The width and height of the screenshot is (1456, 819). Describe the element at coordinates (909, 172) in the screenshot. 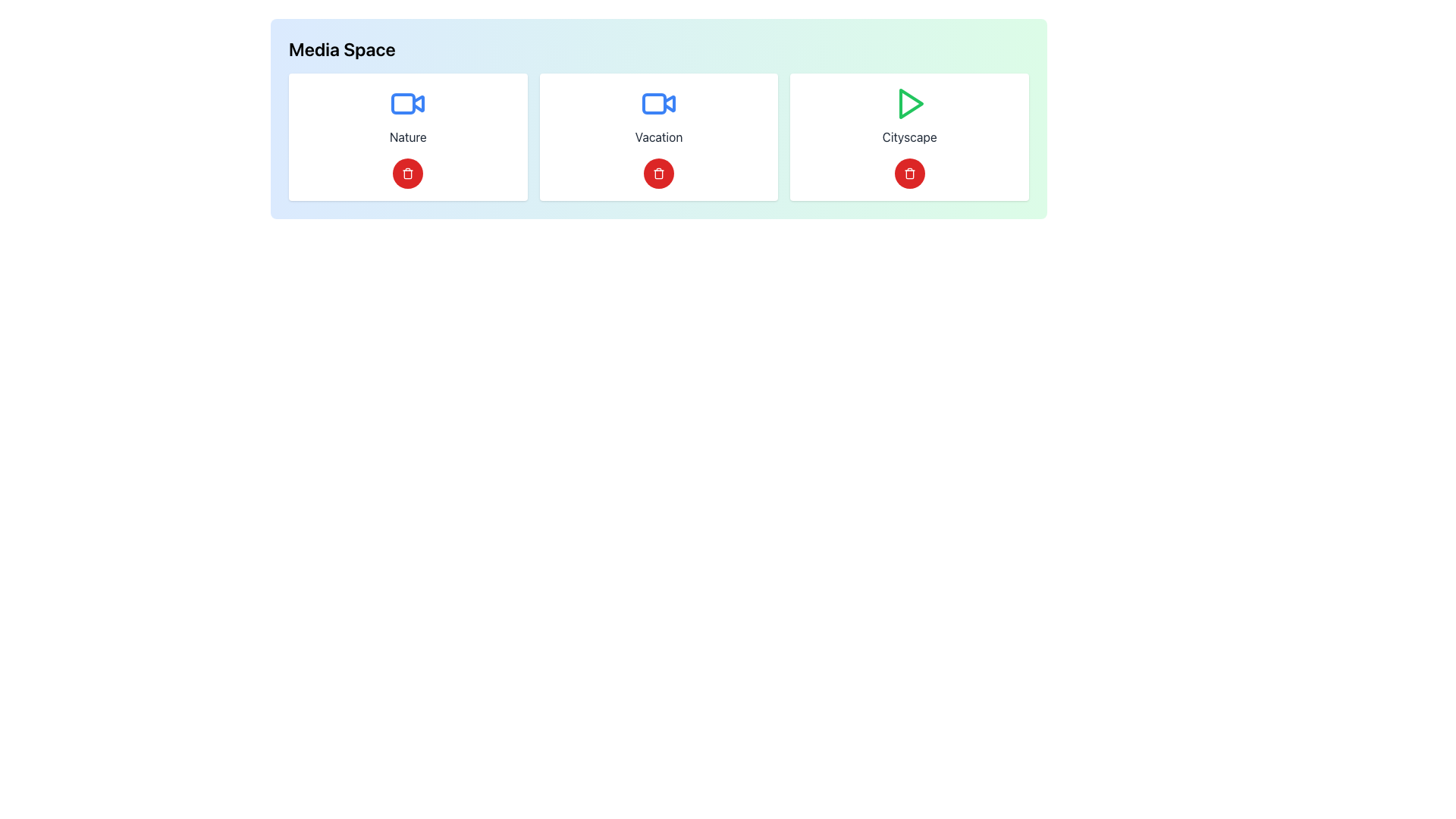

I see `the Interactive Icon Button located at the bottom-center of the card labeled 'Cityscape'` at that location.